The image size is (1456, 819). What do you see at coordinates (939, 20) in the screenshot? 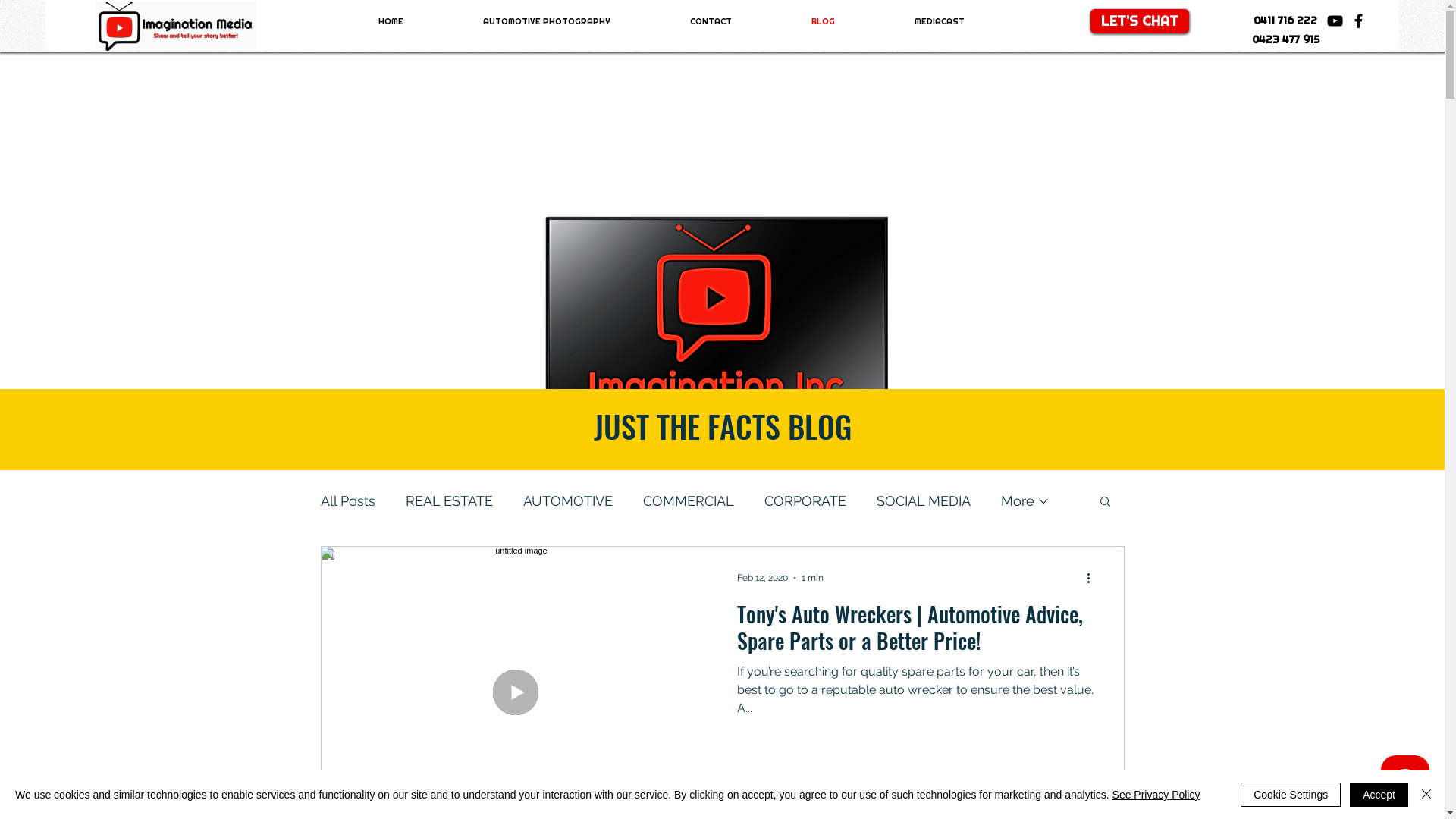
I see `'MEDIACAST'` at bounding box center [939, 20].